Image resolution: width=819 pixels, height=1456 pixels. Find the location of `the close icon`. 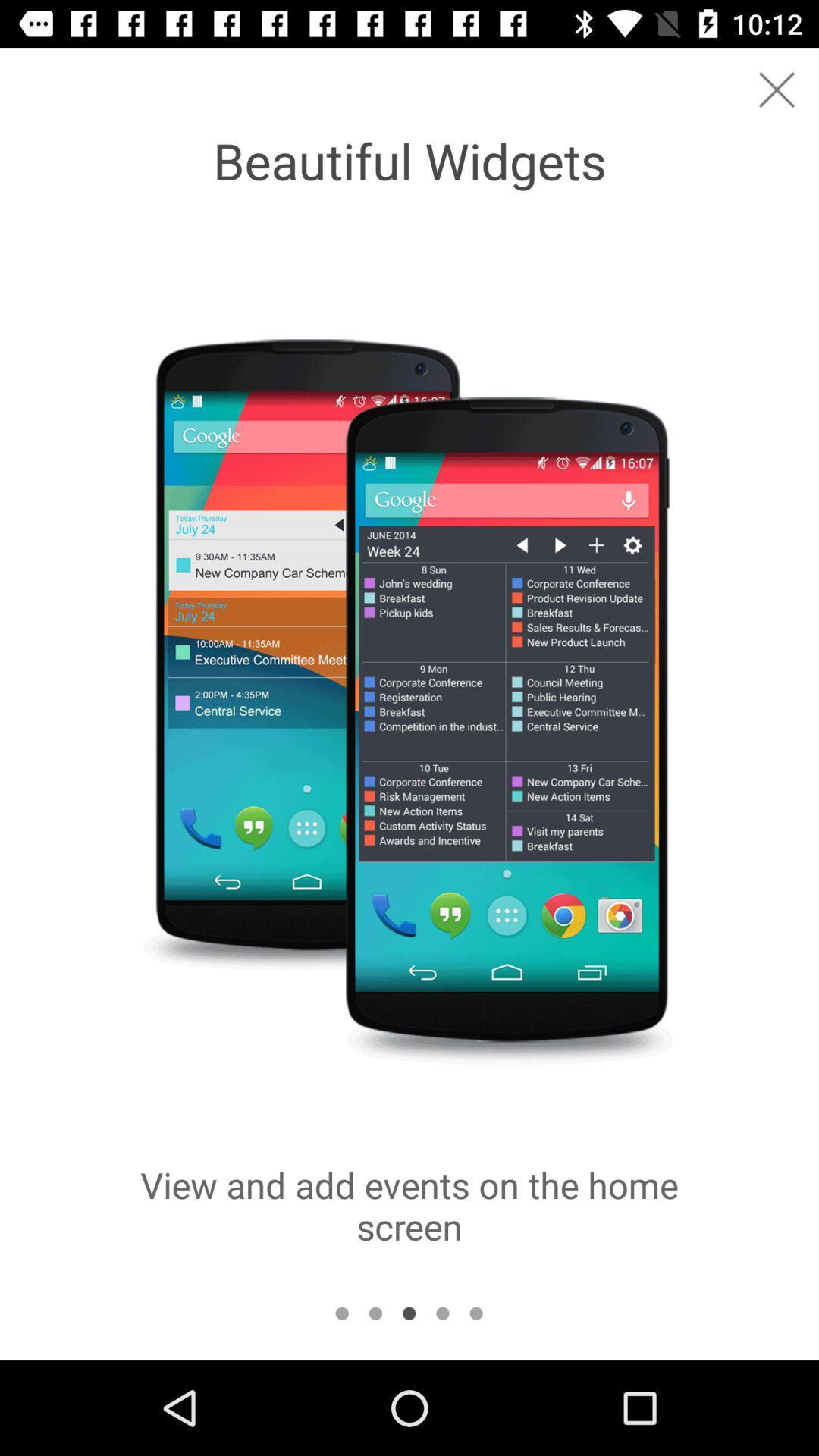

the close icon is located at coordinates (777, 89).